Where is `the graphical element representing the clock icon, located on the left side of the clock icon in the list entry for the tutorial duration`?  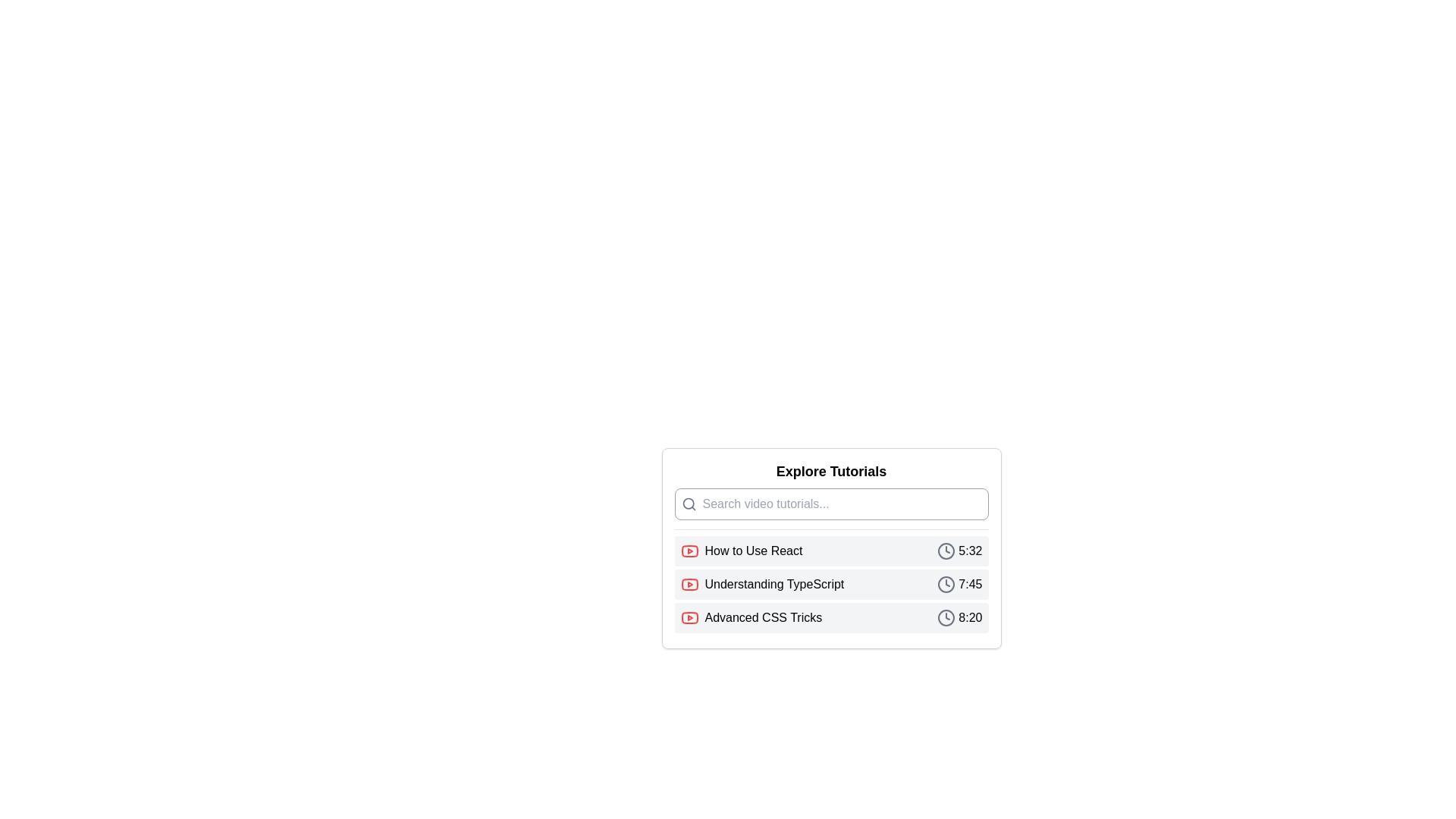 the graphical element representing the clock icon, located on the left side of the clock icon in the list entry for the tutorial duration is located at coordinates (946, 551).